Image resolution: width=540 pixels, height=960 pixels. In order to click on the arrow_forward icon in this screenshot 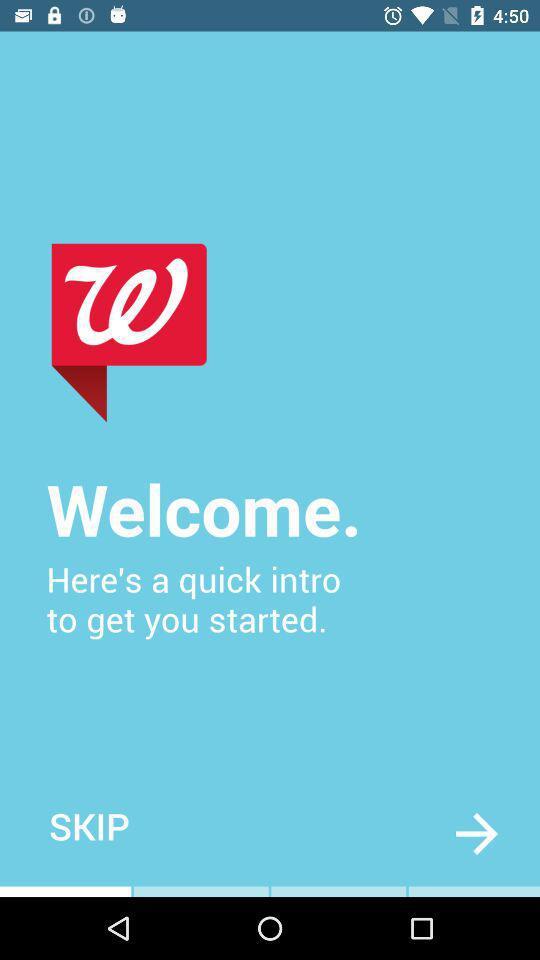, I will do `click(475, 834)`.